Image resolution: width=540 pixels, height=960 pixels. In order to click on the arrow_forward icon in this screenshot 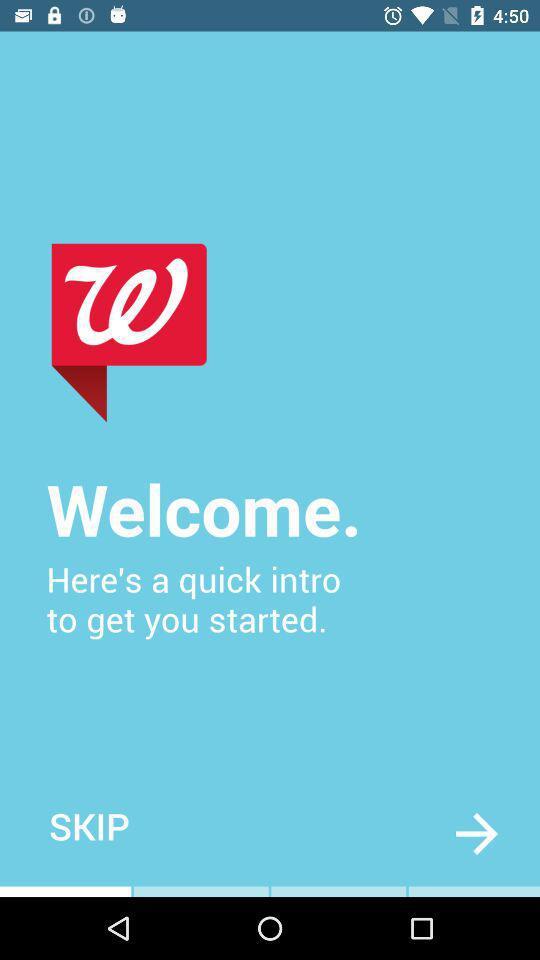, I will do `click(475, 834)`.